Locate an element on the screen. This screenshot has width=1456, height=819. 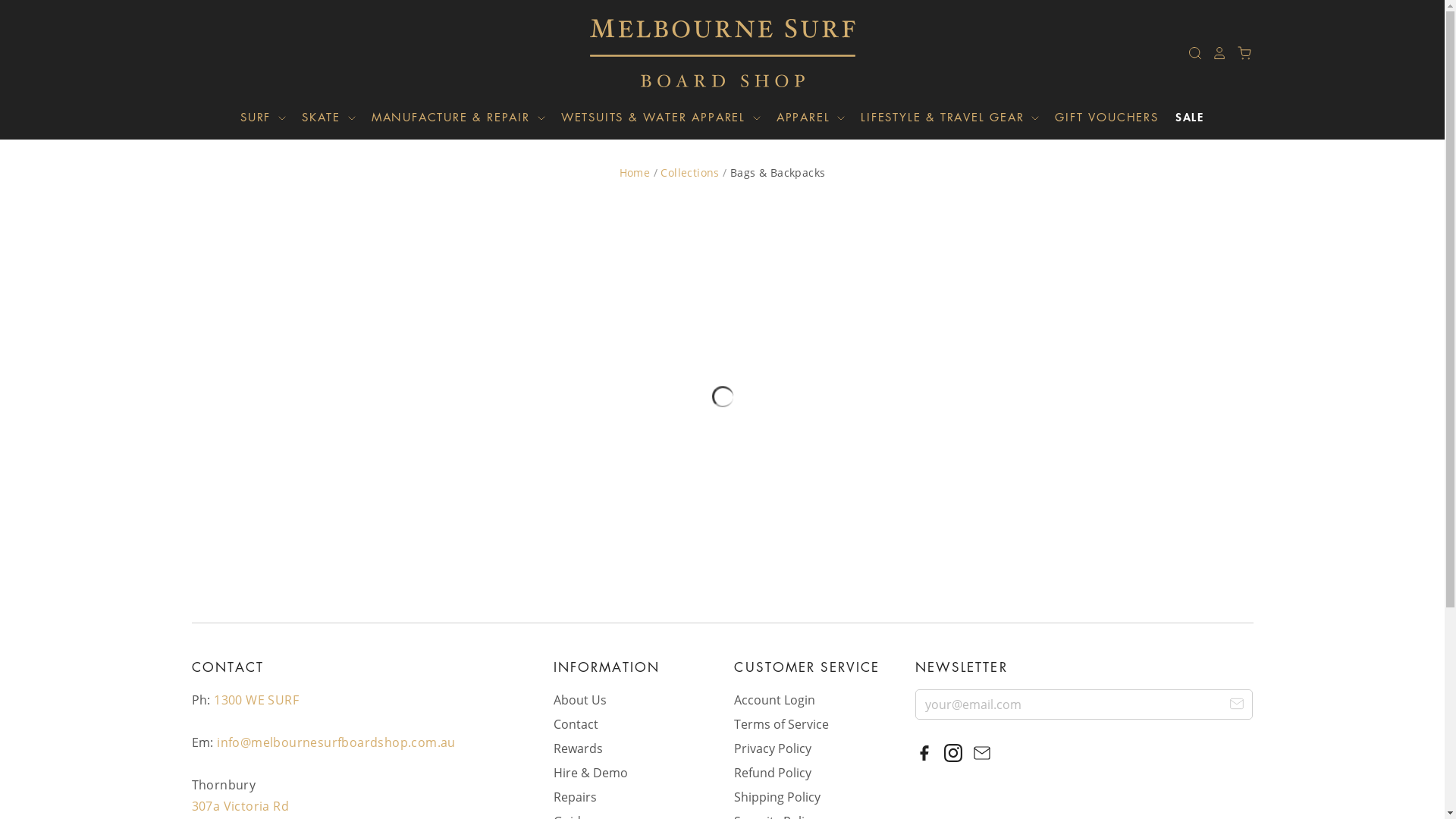
'Contact' is located at coordinates (575, 723).